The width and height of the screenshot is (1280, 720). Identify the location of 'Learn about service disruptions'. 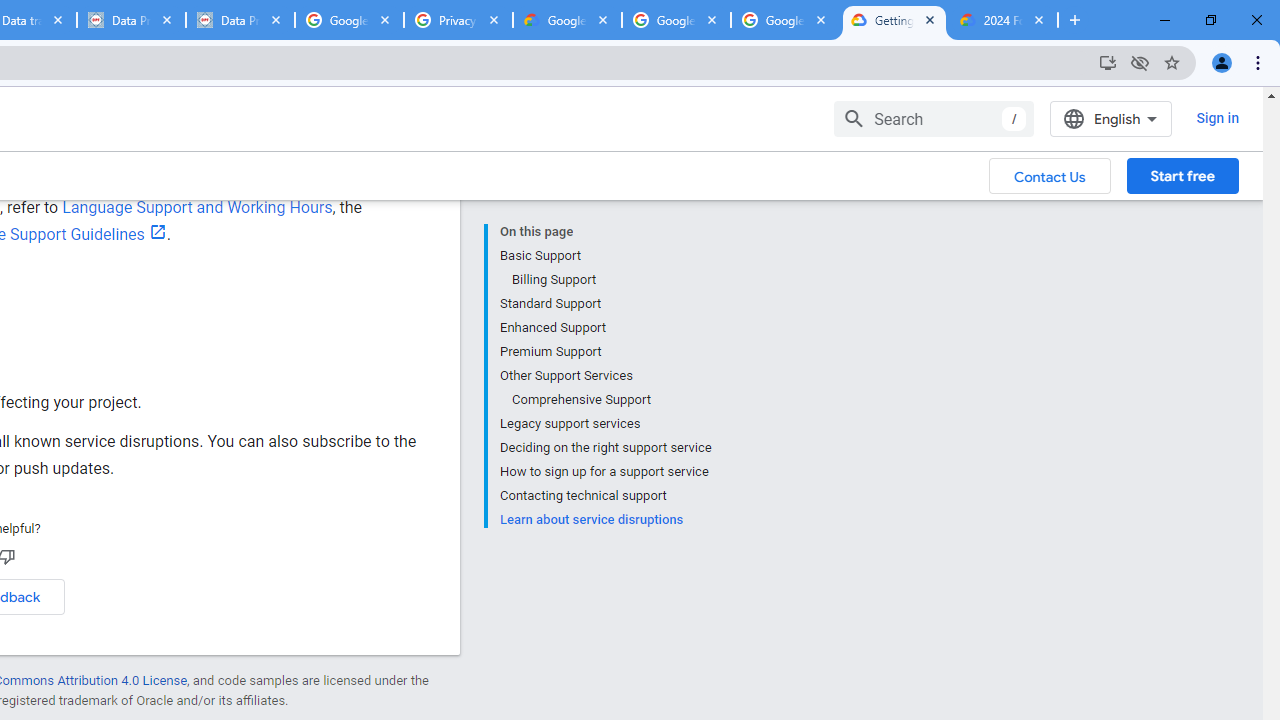
(604, 517).